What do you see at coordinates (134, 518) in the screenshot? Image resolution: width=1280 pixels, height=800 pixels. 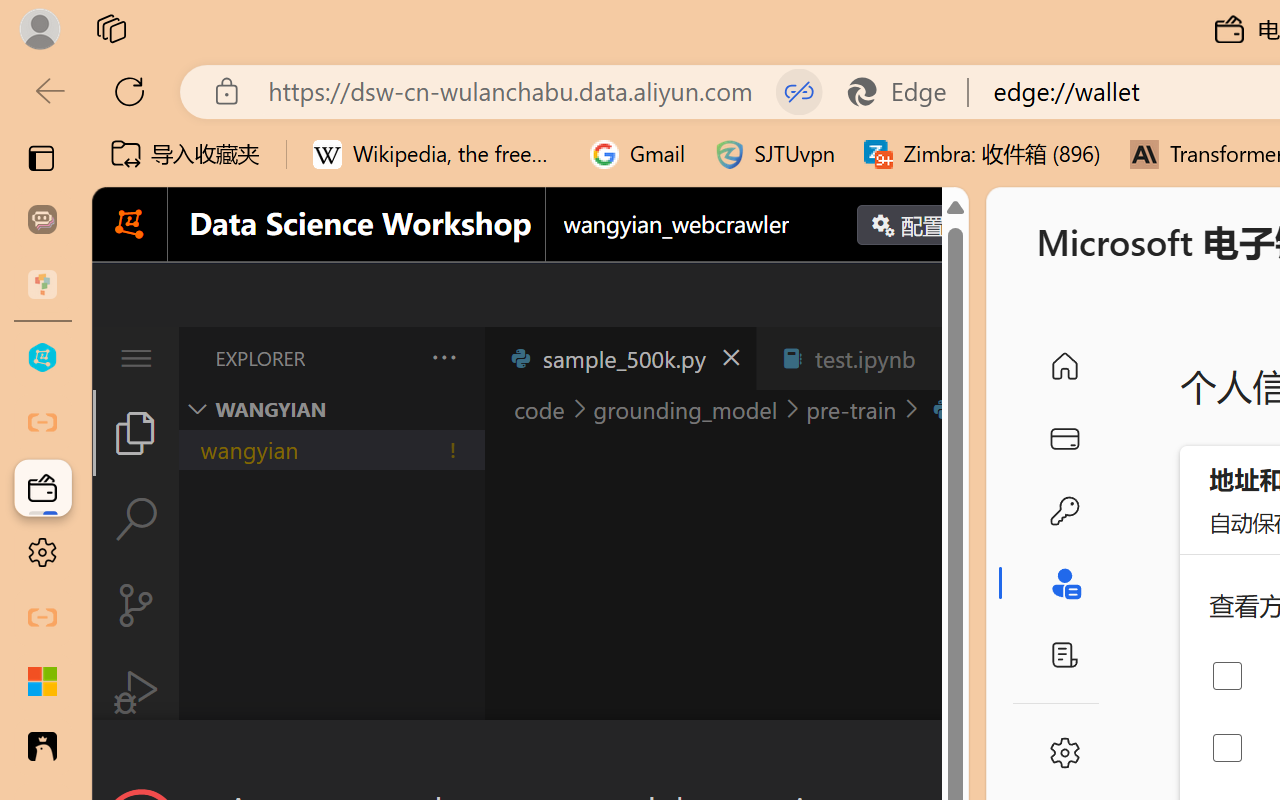 I see `'Search (Ctrl+Shift+F)'` at bounding box center [134, 518].